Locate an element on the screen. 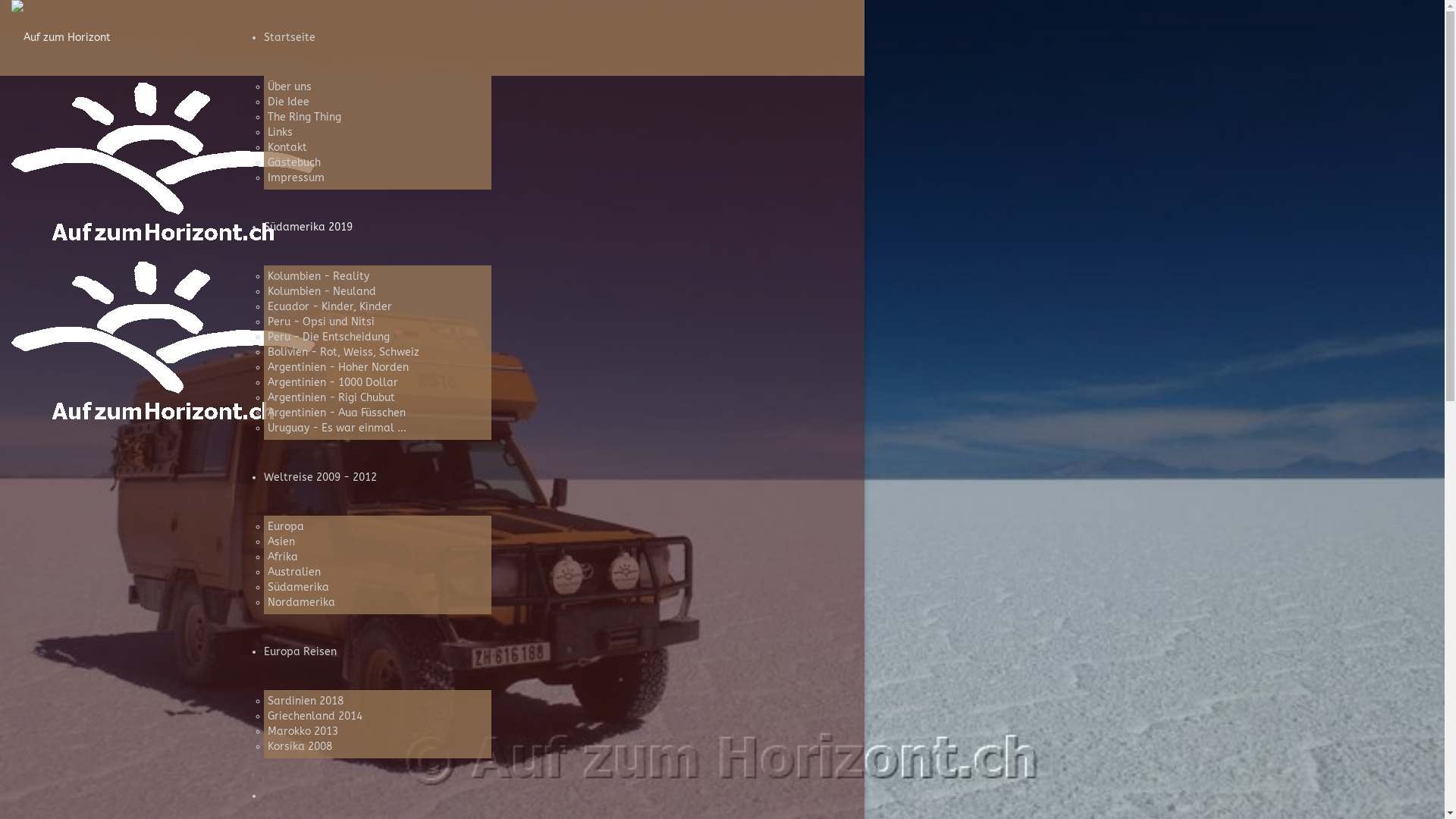  'Kolumbien - Reality' is located at coordinates (316, 276).